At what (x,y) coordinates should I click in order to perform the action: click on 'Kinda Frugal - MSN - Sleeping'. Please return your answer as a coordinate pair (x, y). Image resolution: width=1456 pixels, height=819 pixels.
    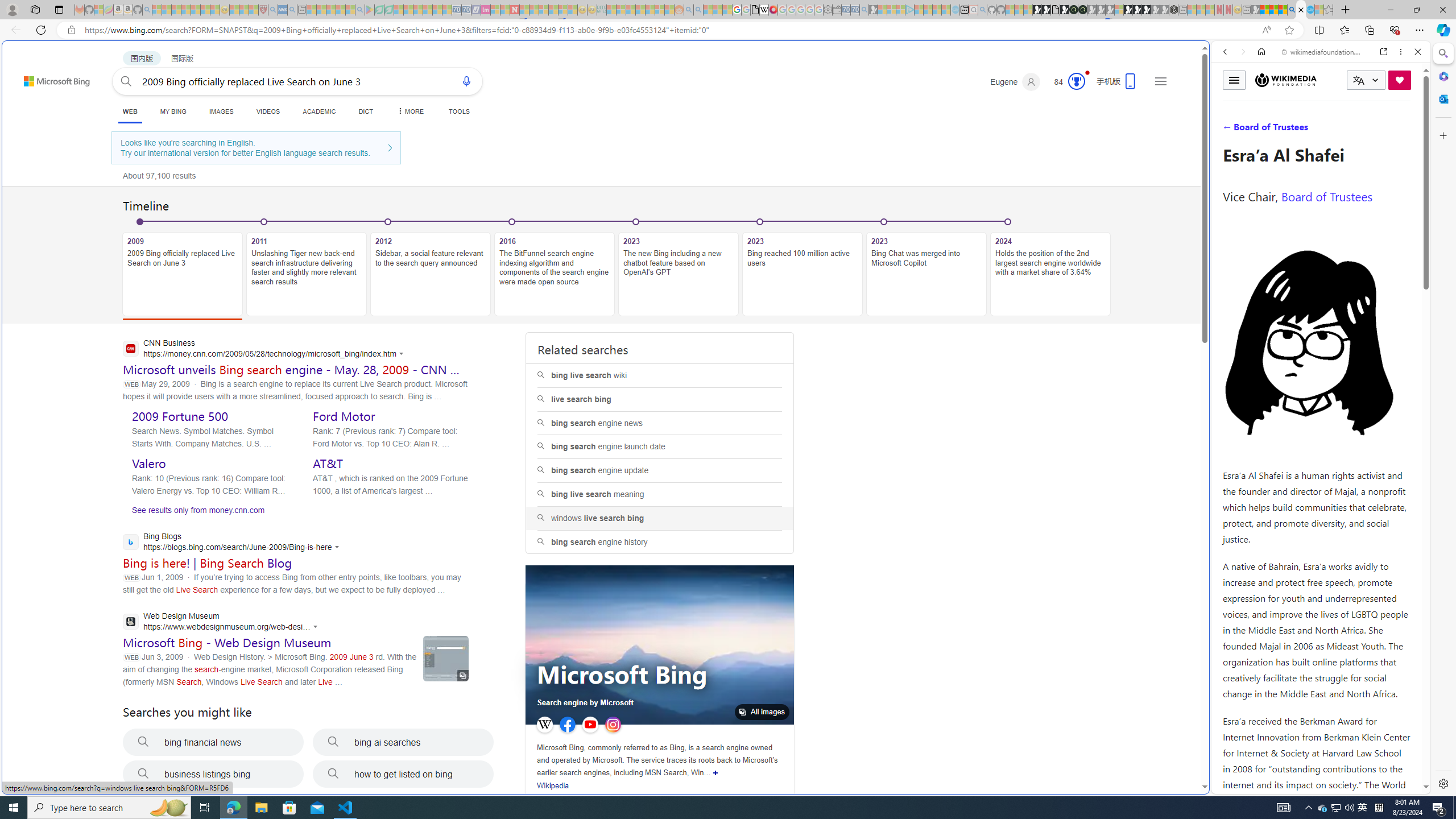
    Looking at the image, I should click on (650, 9).